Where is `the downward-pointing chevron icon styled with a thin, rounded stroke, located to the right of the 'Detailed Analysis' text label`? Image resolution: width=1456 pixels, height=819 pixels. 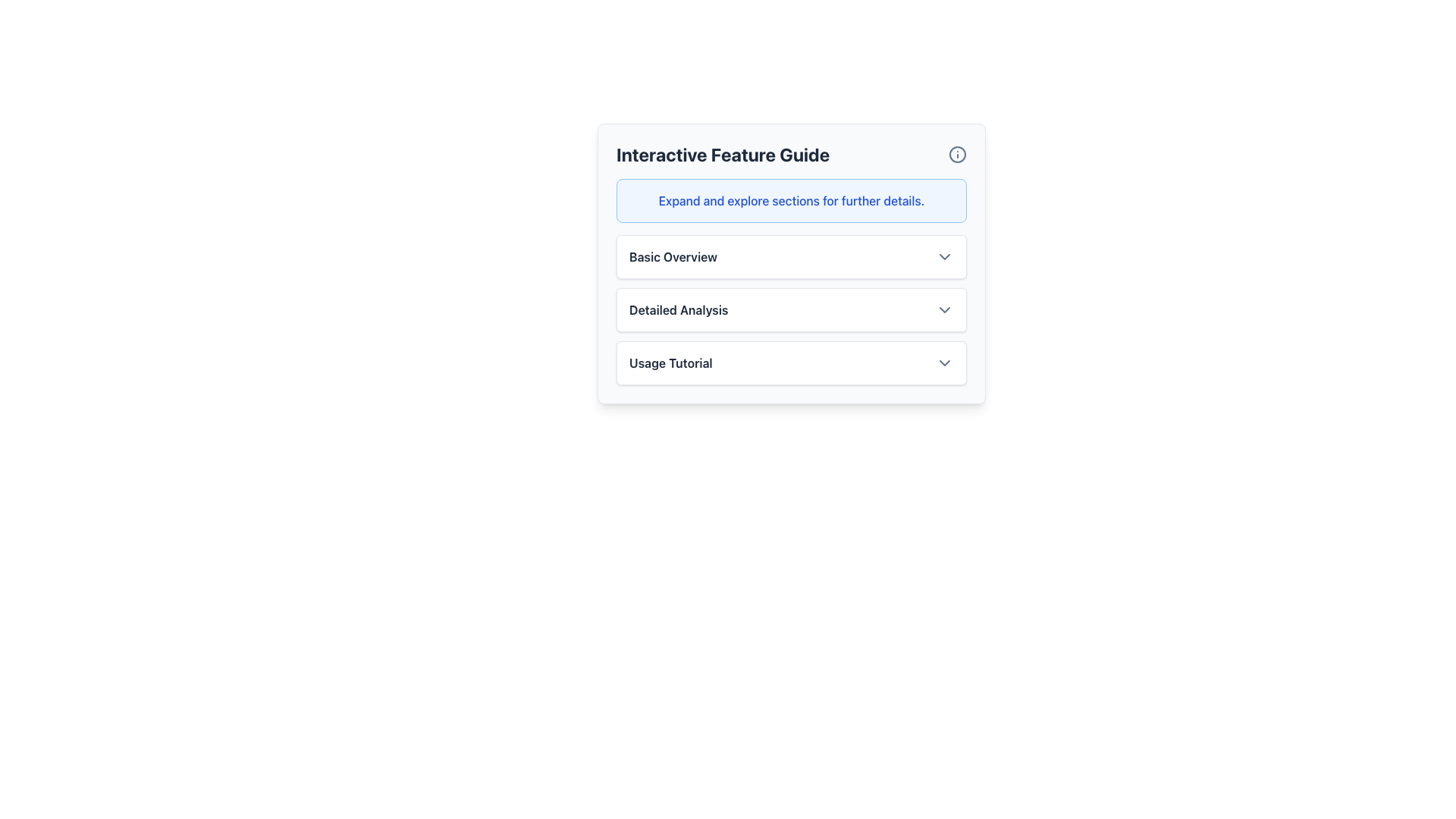 the downward-pointing chevron icon styled with a thin, rounded stroke, located to the right of the 'Detailed Analysis' text label is located at coordinates (944, 309).